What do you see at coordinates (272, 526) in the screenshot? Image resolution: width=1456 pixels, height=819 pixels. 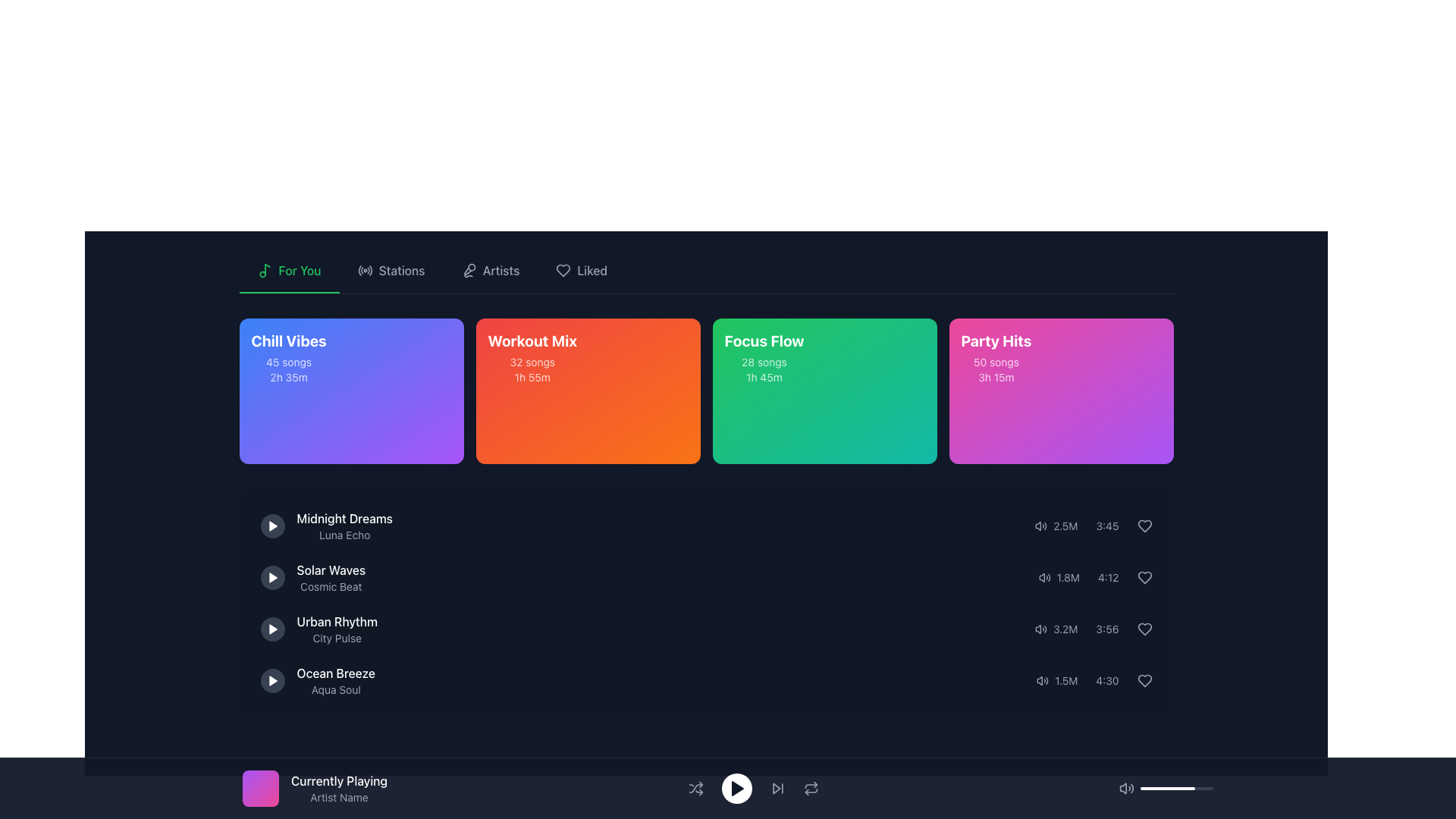 I see `the circular button with a dark gray background and a white triangular play icon located to the left of the text 'Midnight Dreams'` at bounding box center [272, 526].